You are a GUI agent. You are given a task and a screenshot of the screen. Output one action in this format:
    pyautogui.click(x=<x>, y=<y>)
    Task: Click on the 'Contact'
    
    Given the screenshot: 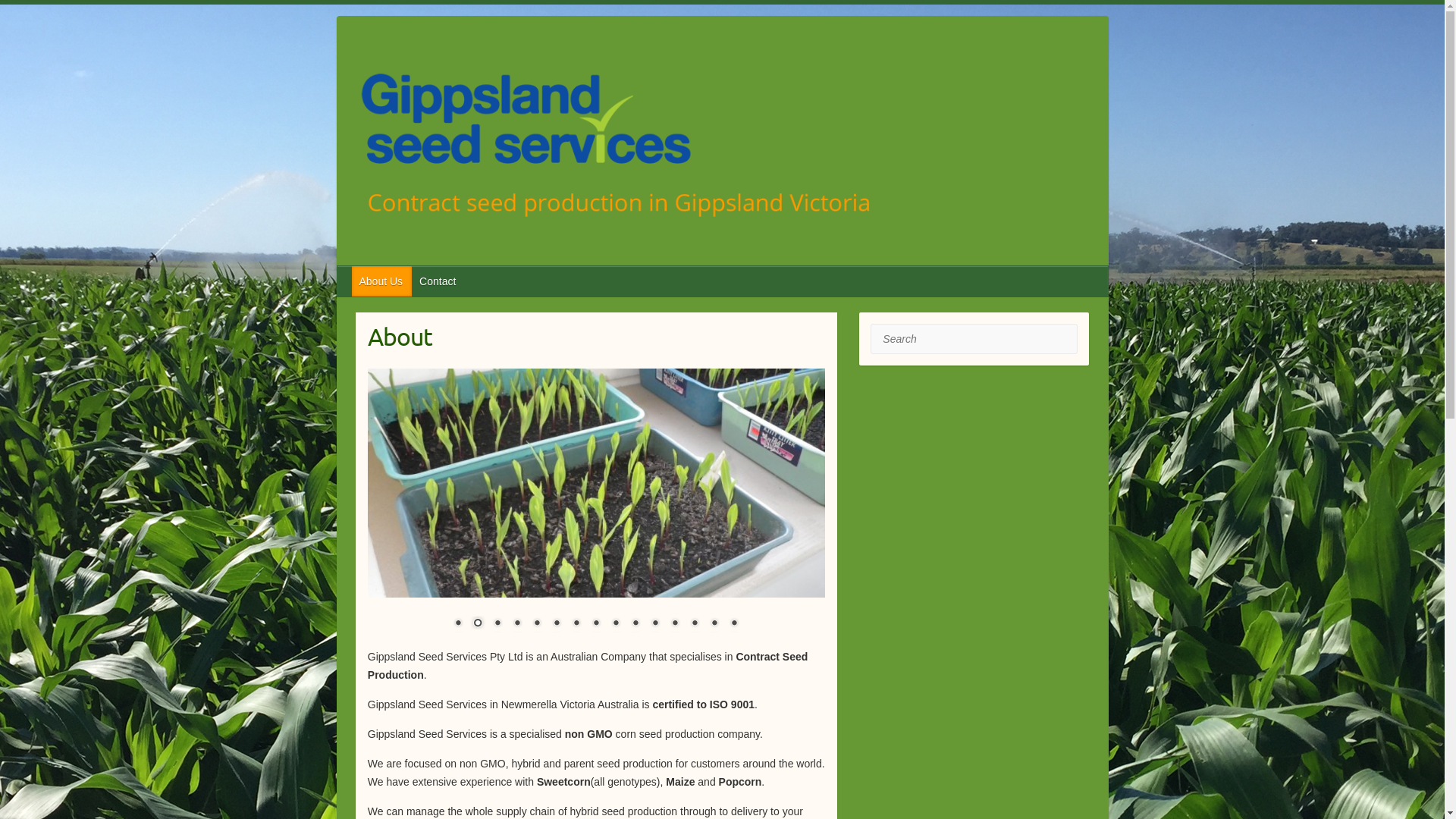 What is the action you would take?
    pyautogui.click(x=437, y=281)
    